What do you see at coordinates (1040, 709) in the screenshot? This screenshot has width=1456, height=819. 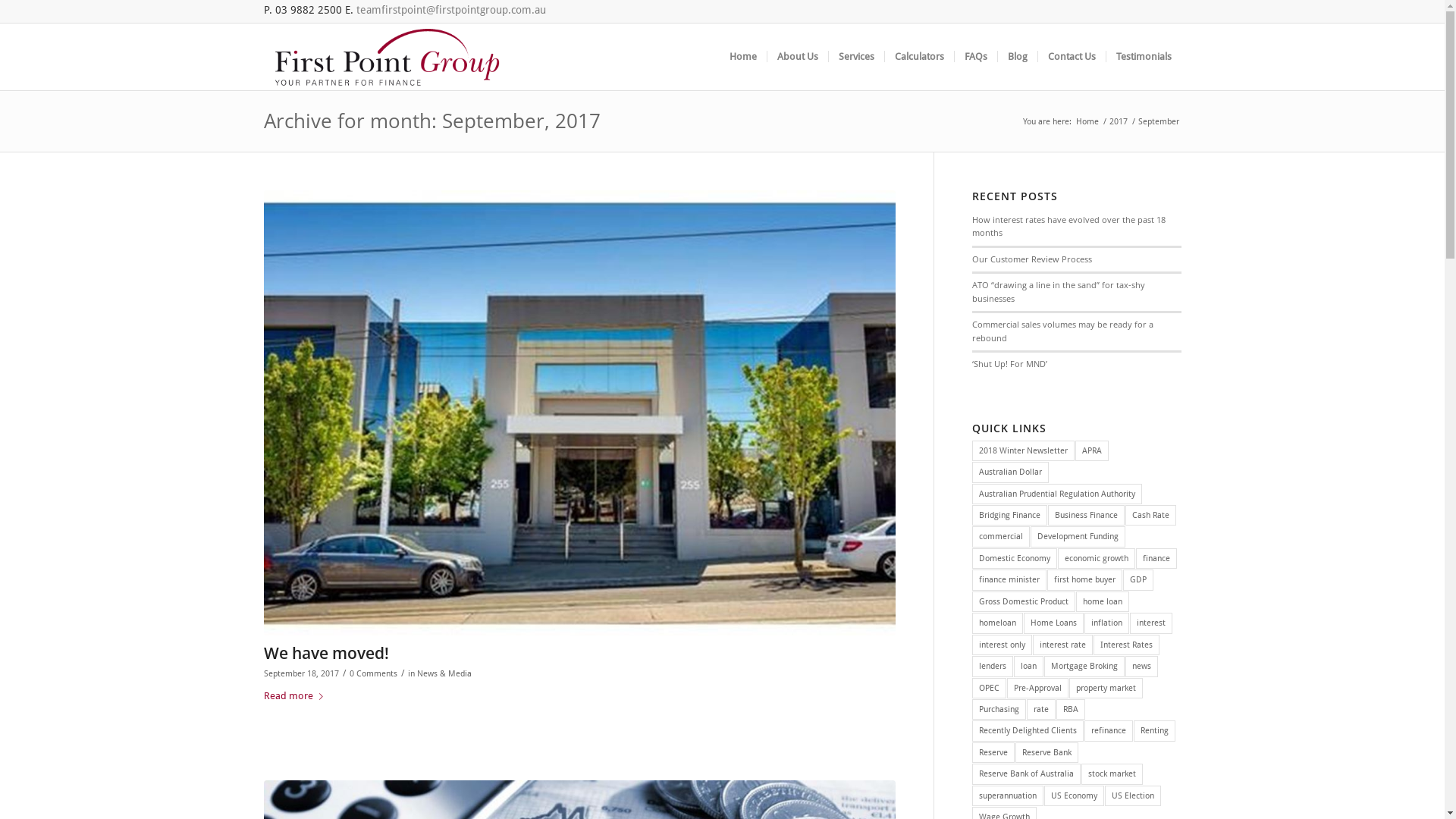 I see `'rate'` at bounding box center [1040, 709].